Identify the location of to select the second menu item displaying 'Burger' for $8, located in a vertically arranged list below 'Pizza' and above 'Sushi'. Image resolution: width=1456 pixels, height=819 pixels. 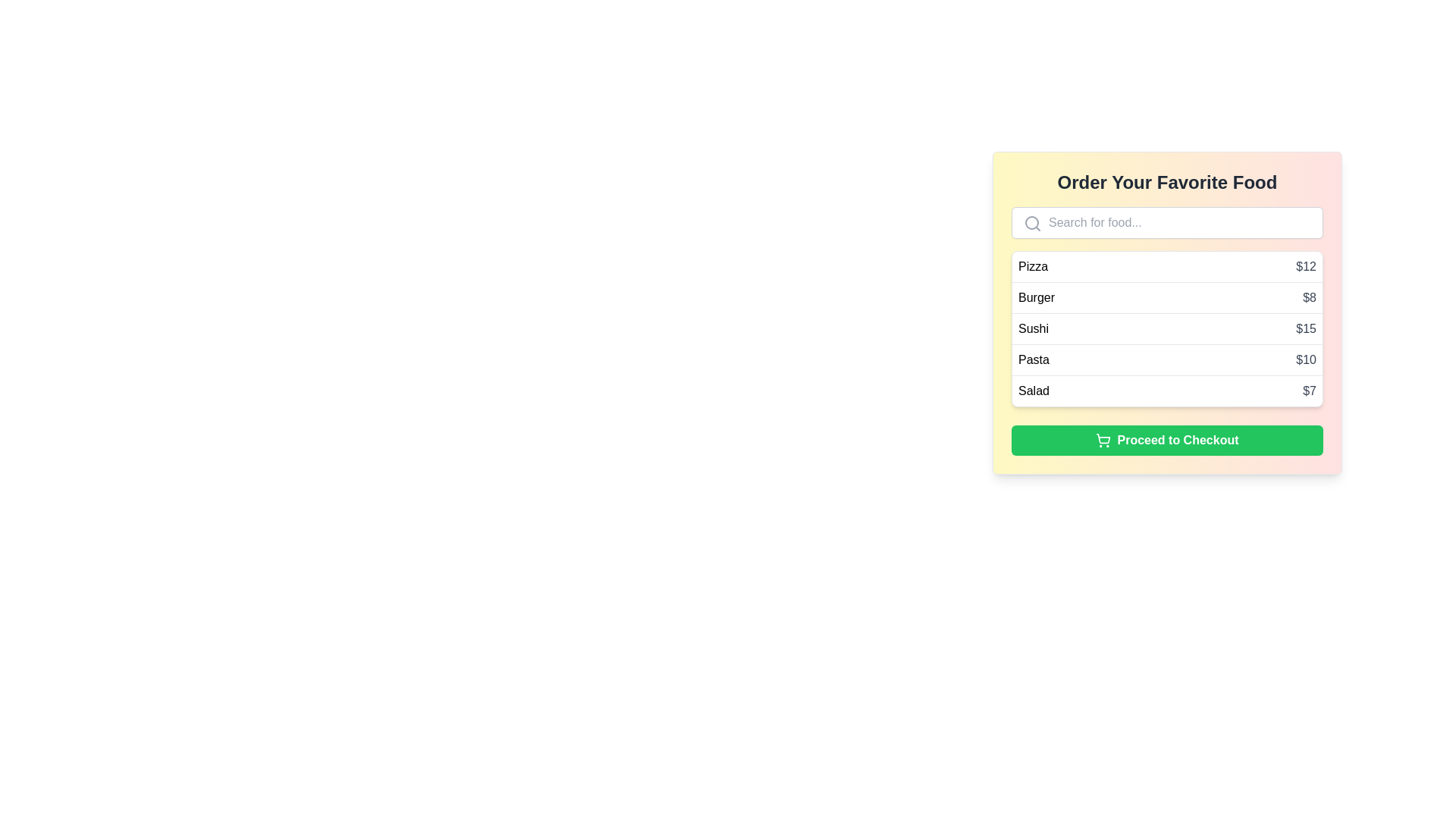
(1166, 297).